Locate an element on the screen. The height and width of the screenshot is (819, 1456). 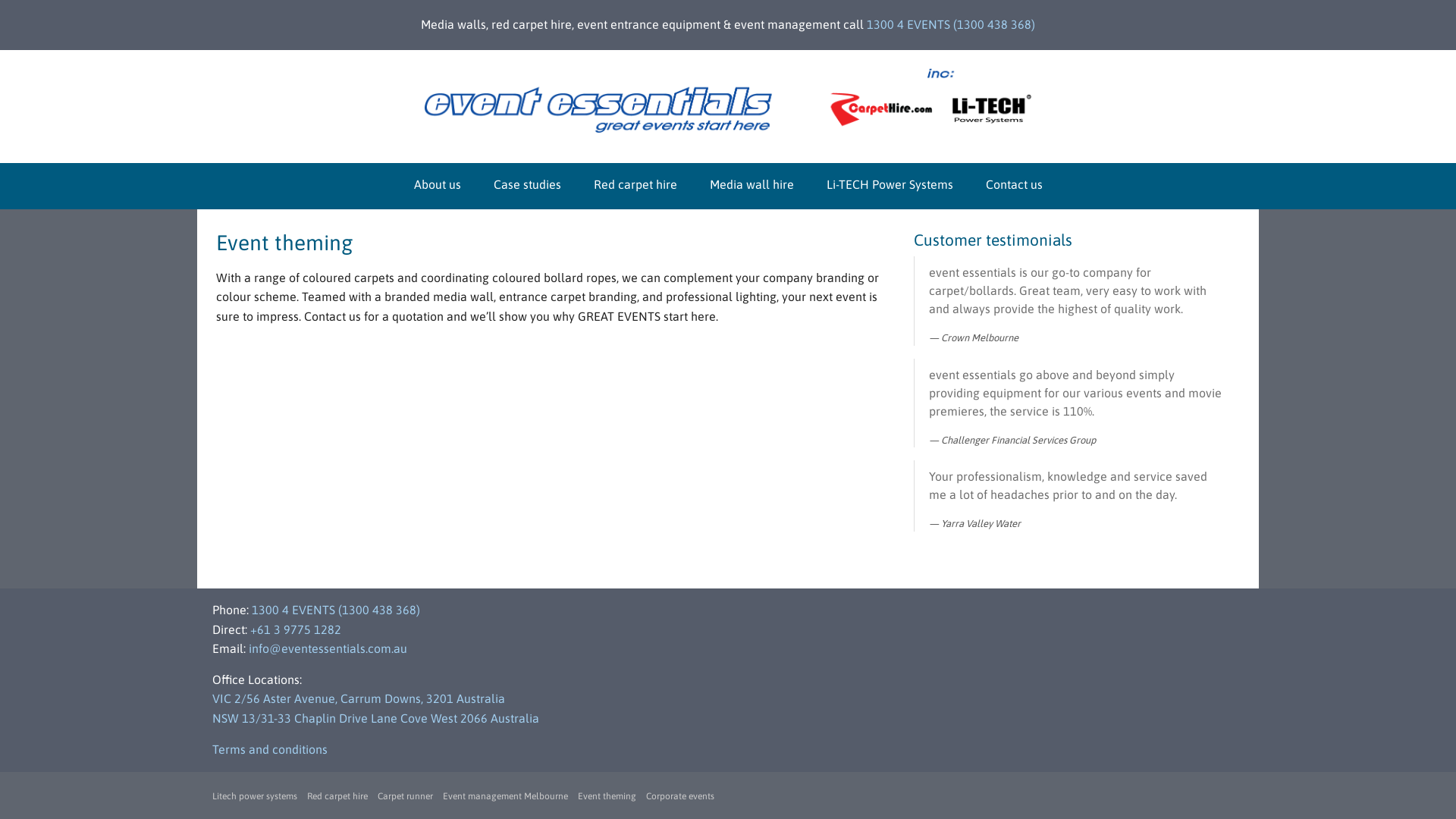
'VIC 2/56 Aster Avenue, Carrum Downs, 3201 Australia' is located at coordinates (358, 698).